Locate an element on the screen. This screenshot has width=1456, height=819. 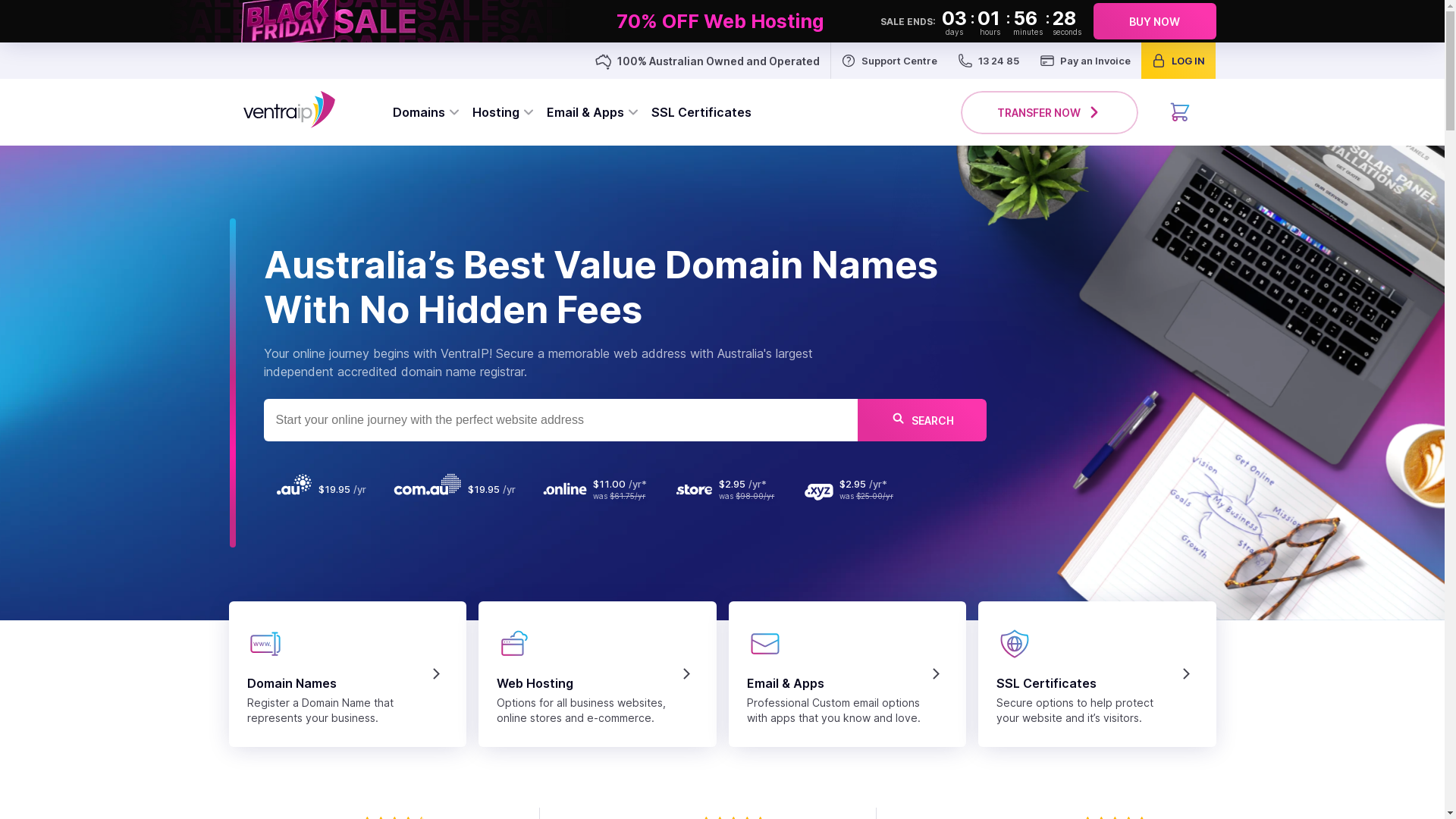
'was $98.00/yr is located at coordinates (728, 489).